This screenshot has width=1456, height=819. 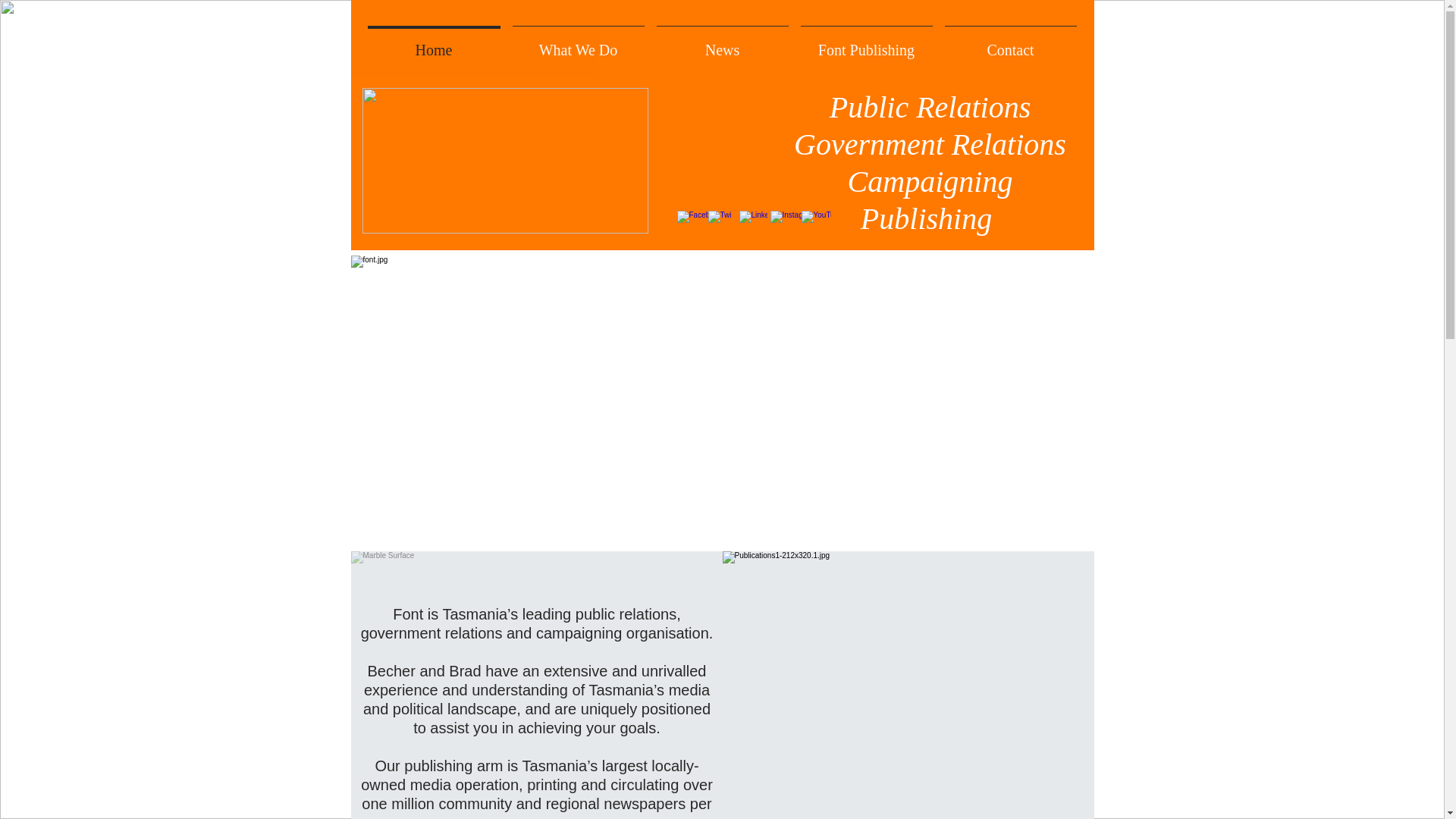 I want to click on 'News', so click(x=651, y=42).